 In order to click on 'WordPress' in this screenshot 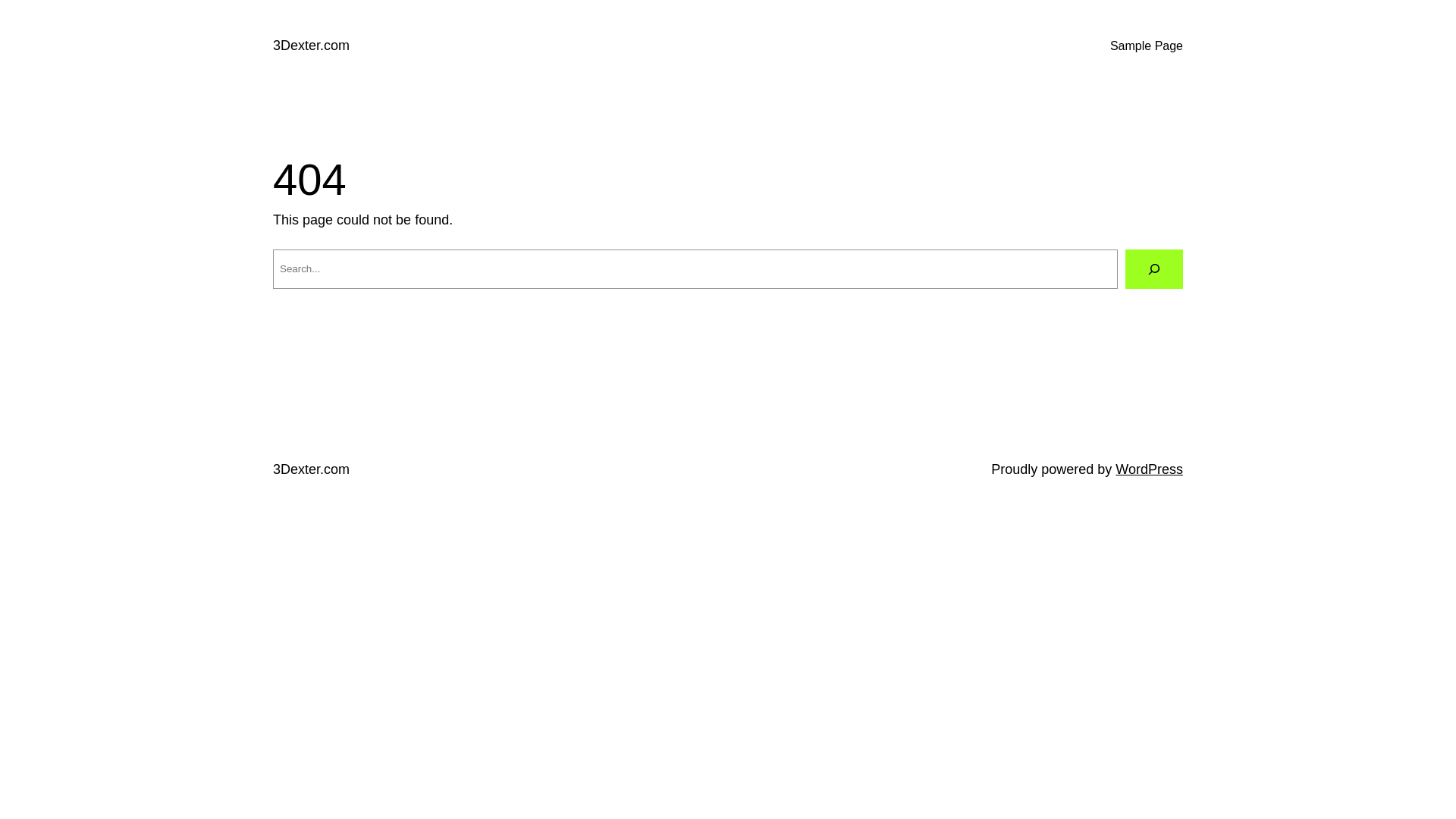, I will do `click(1115, 468)`.